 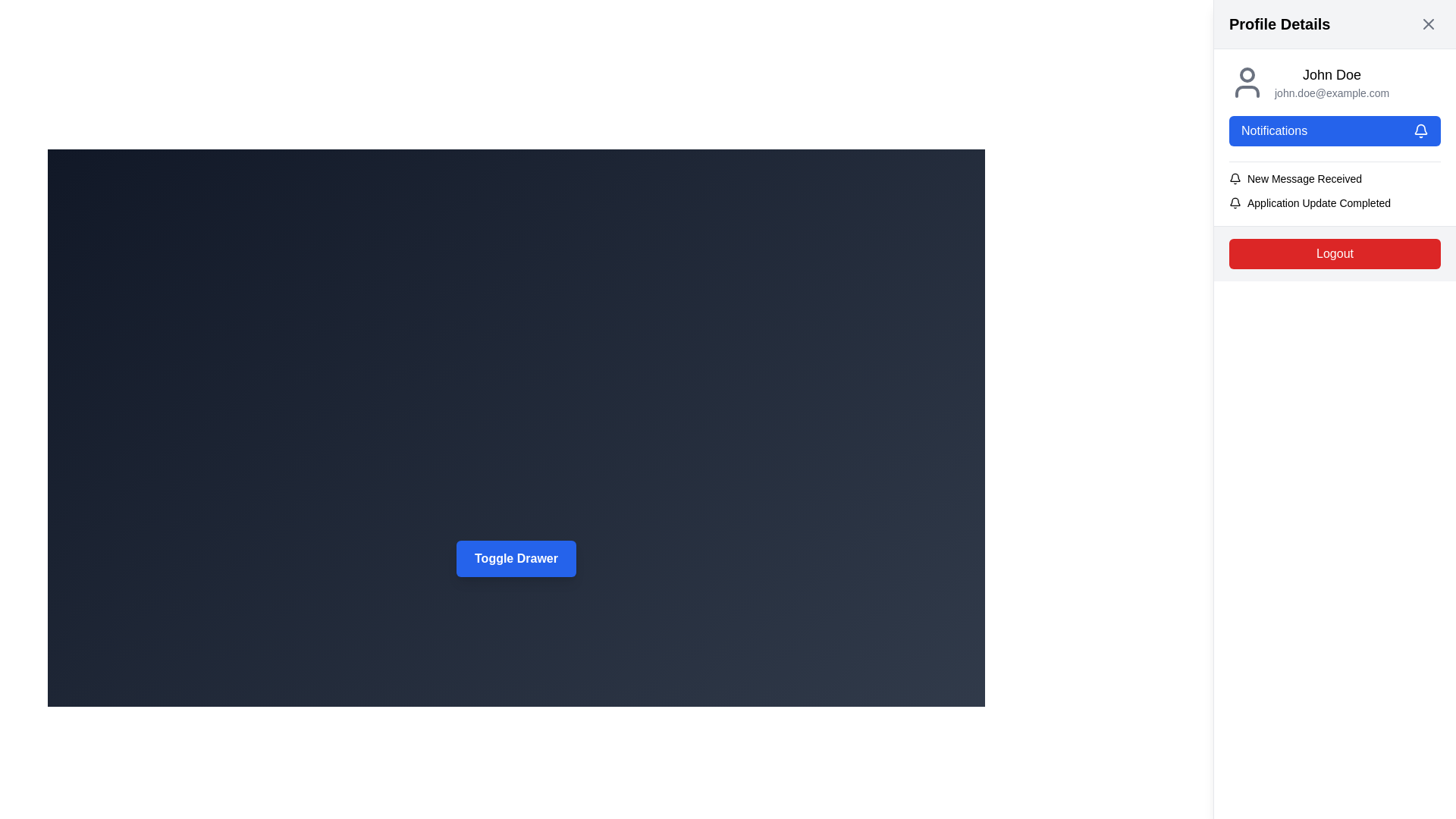 I want to click on the Text Display element showing 'John Doe' and 'john.doe@example.com', located above the blue 'Notifications' button, so click(x=1331, y=82).